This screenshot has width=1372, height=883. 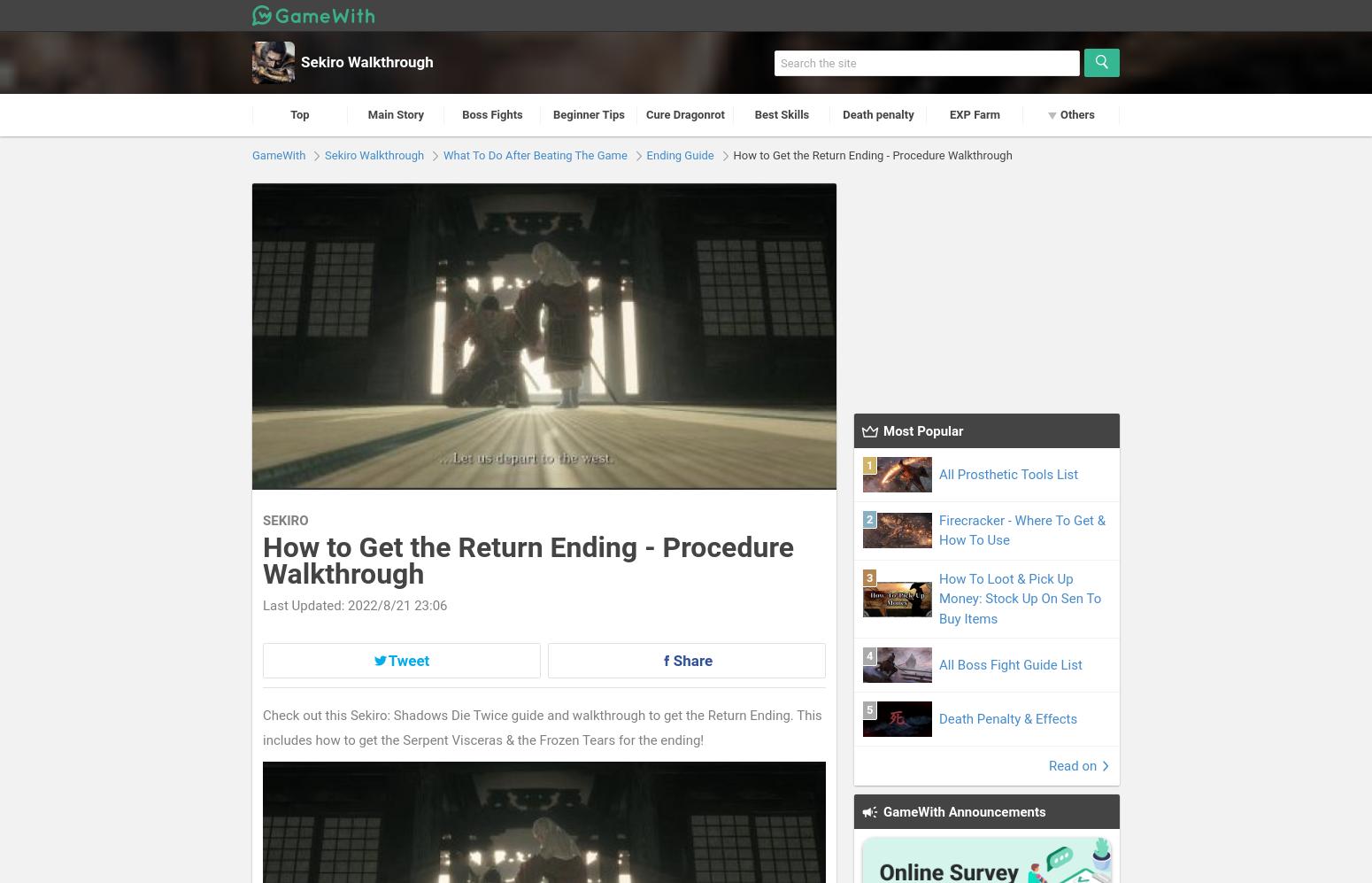 What do you see at coordinates (535, 154) in the screenshot?
I see `'What To Do After Beating The Game'` at bounding box center [535, 154].